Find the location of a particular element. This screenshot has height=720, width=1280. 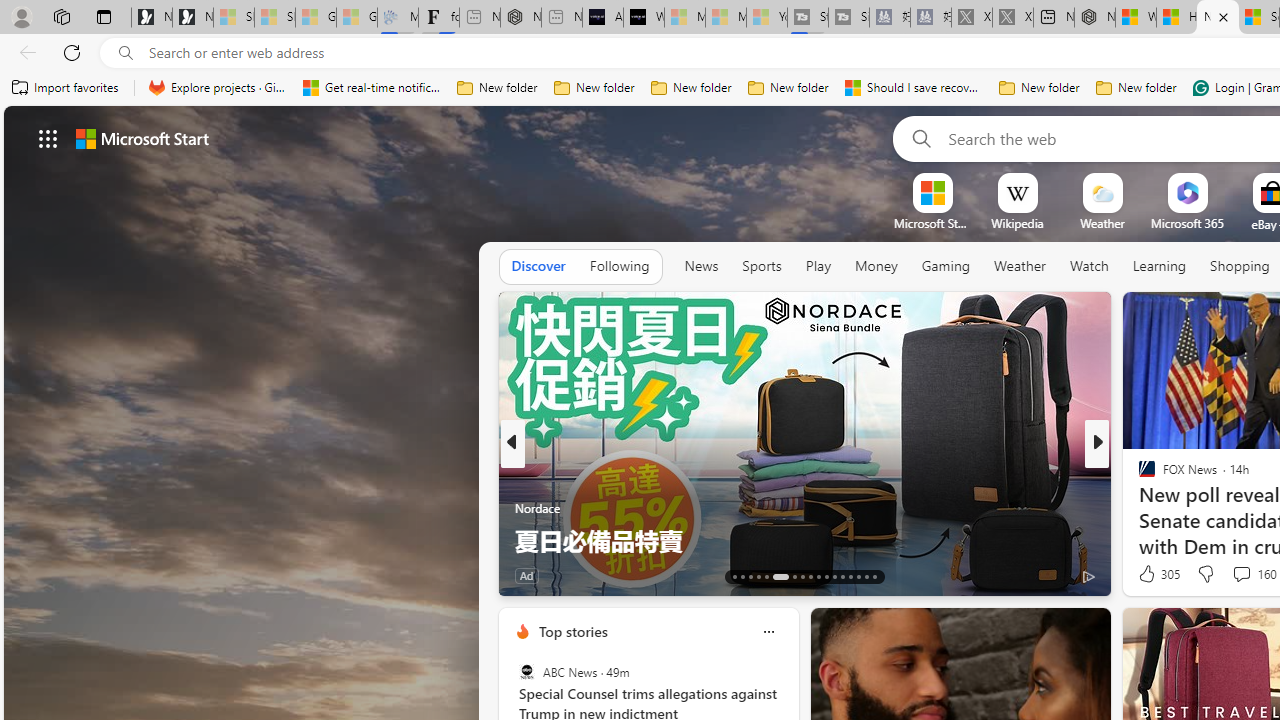

'157 Like' is located at coordinates (1152, 575).